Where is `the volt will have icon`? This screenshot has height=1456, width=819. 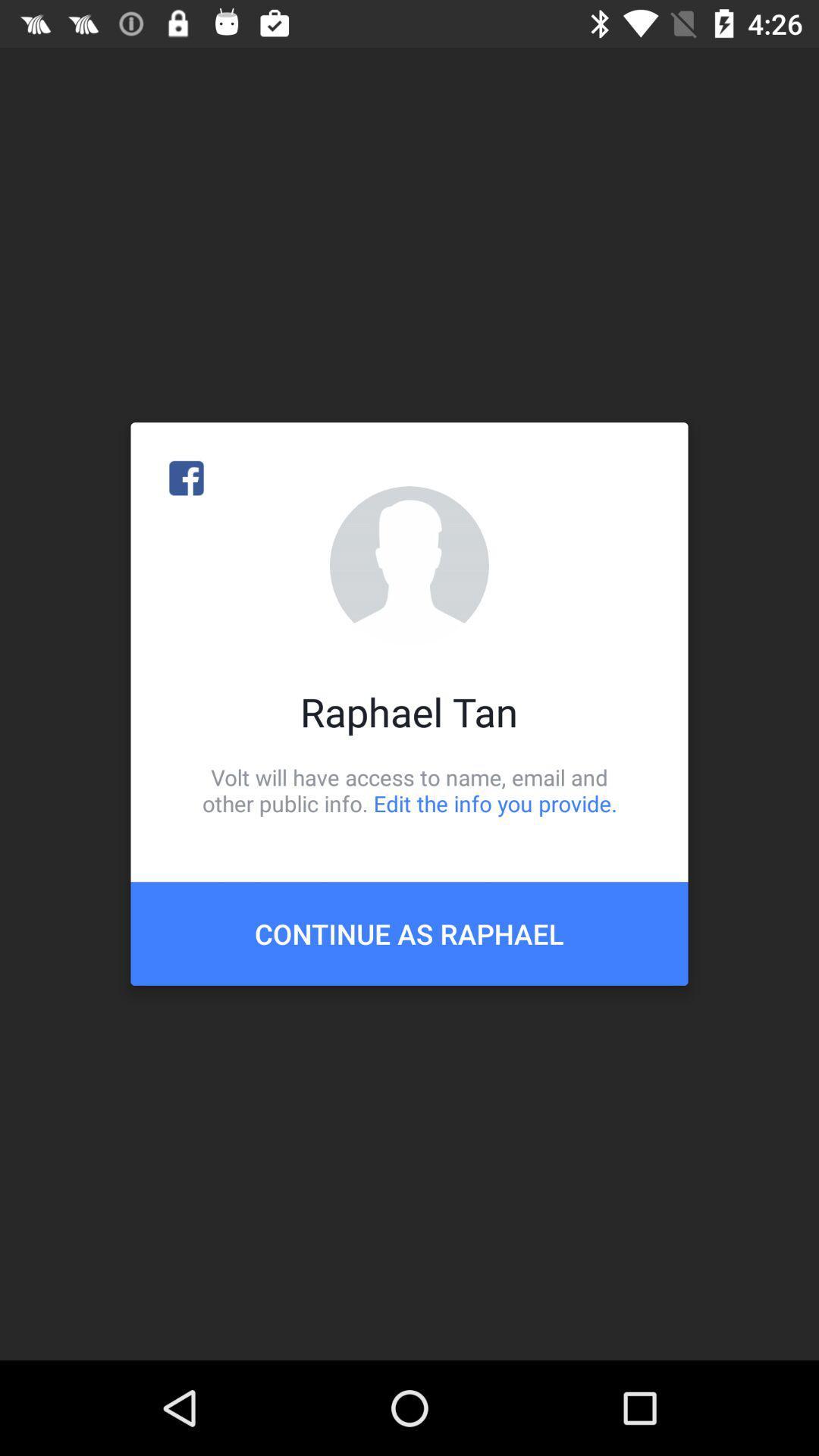 the volt will have icon is located at coordinates (409, 789).